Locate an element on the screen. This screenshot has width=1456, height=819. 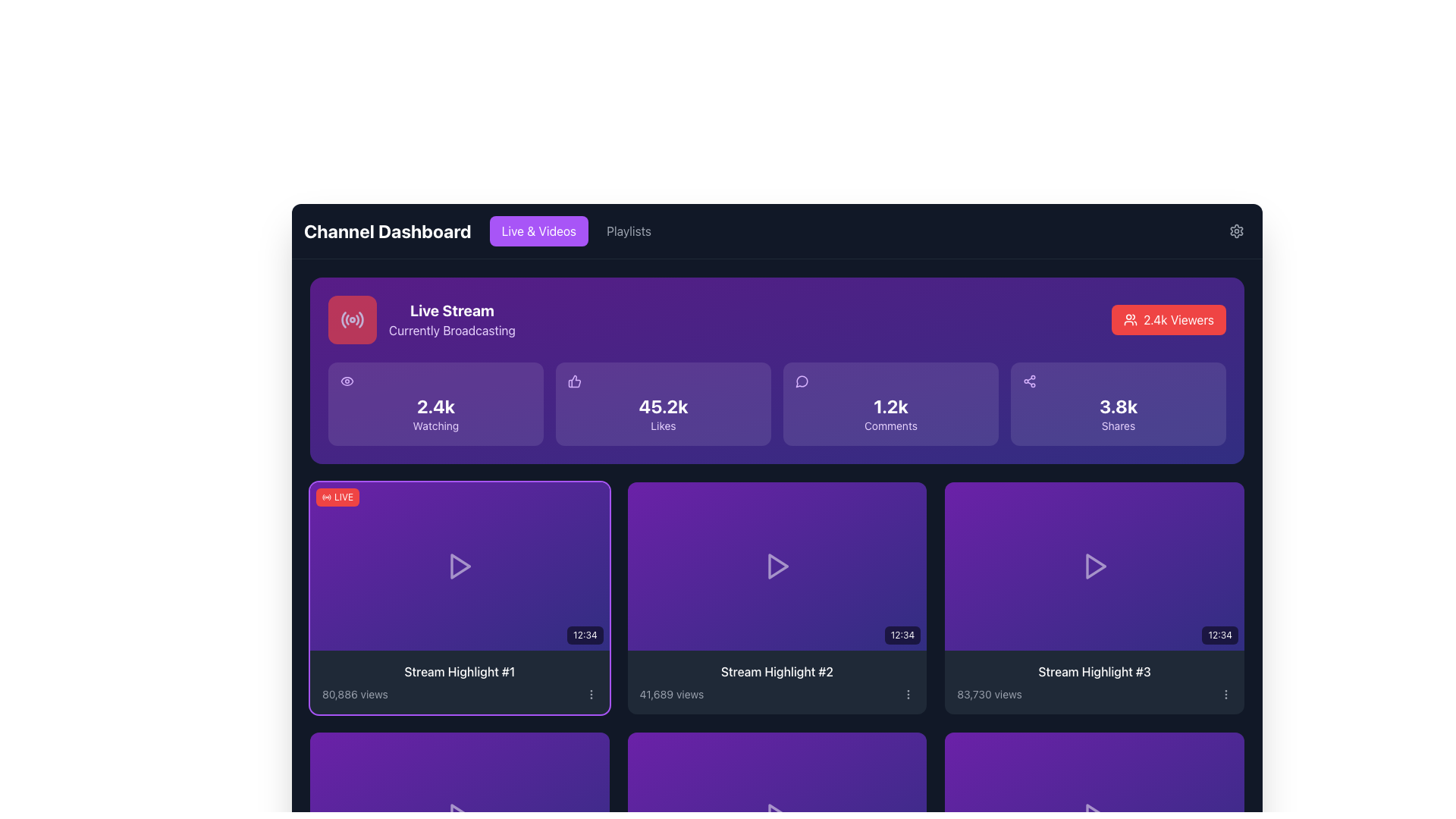
the play icon located in the third video thumbnail of the second row titled 'Stream Highlight #3' is located at coordinates (1096, 566).